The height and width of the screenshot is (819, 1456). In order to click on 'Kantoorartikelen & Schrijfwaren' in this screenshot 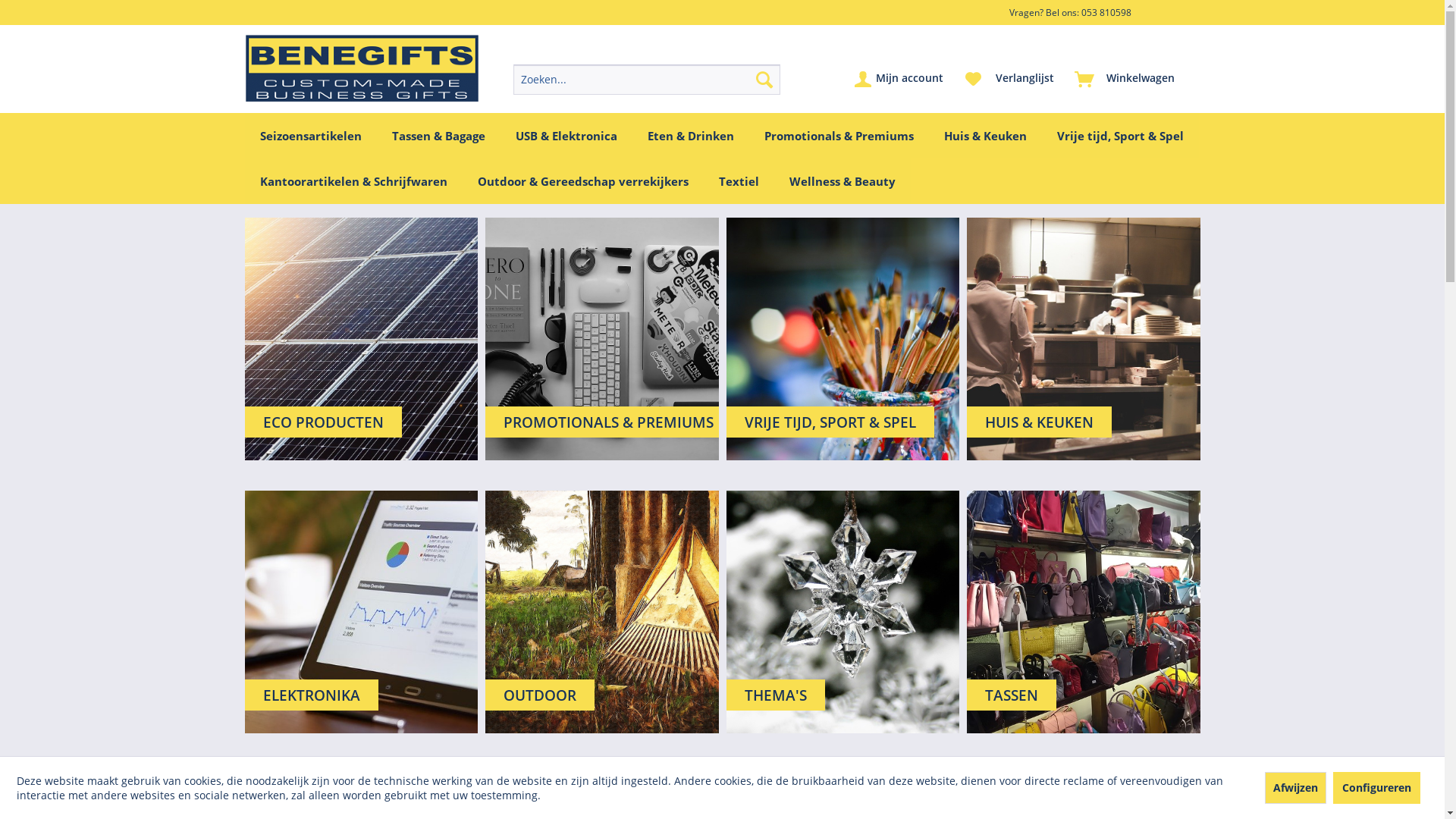, I will do `click(352, 180)`.